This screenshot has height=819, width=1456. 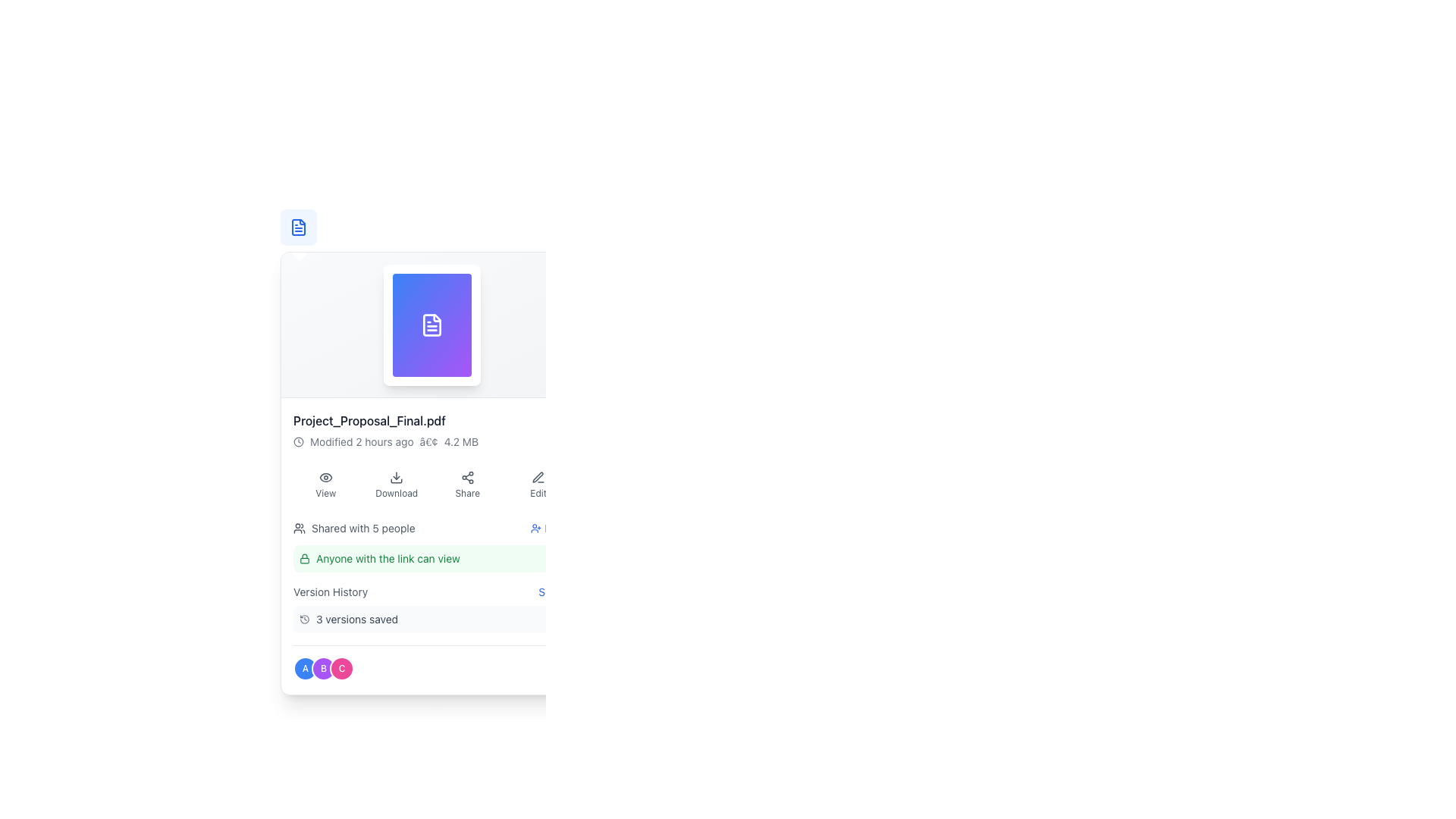 What do you see at coordinates (356, 620) in the screenshot?
I see `the static label displaying '3 versions saved', which is styled in gray color and located in the 'Version History' section, to the right of a clock icon` at bounding box center [356, 620].